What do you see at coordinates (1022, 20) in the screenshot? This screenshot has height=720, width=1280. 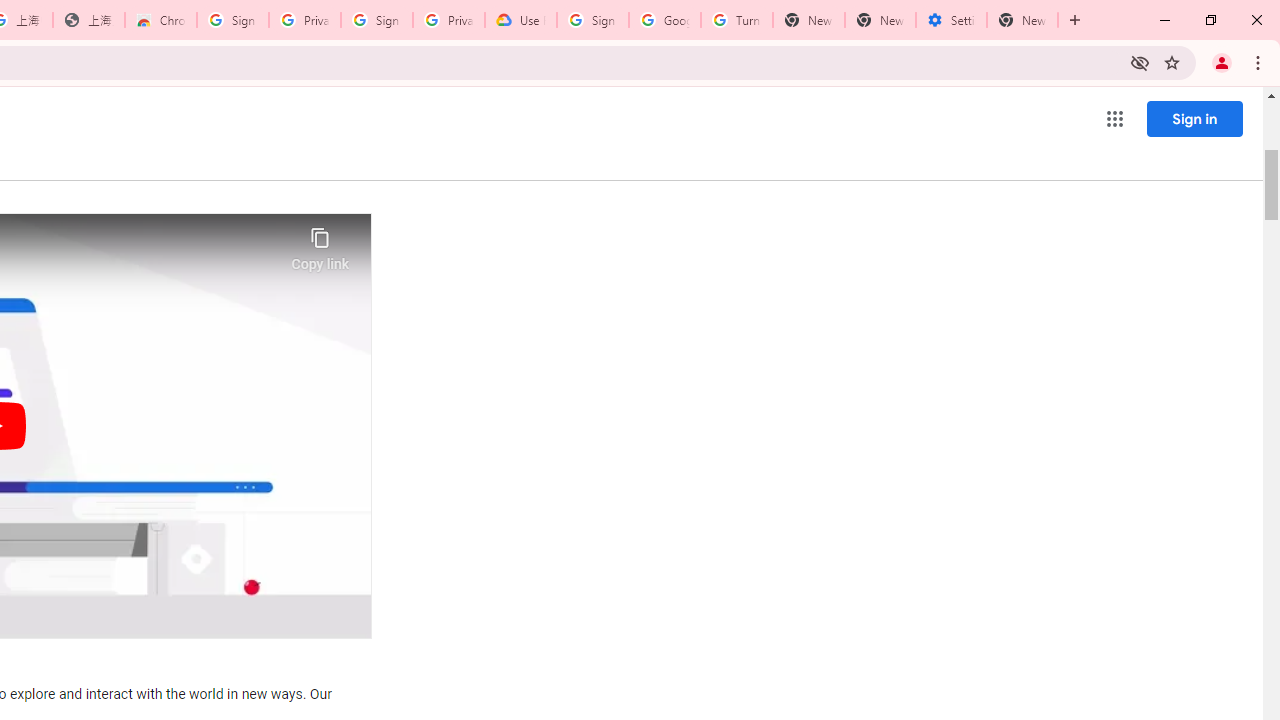 I see `'New Tab'` at bounding box center [1022, 20].